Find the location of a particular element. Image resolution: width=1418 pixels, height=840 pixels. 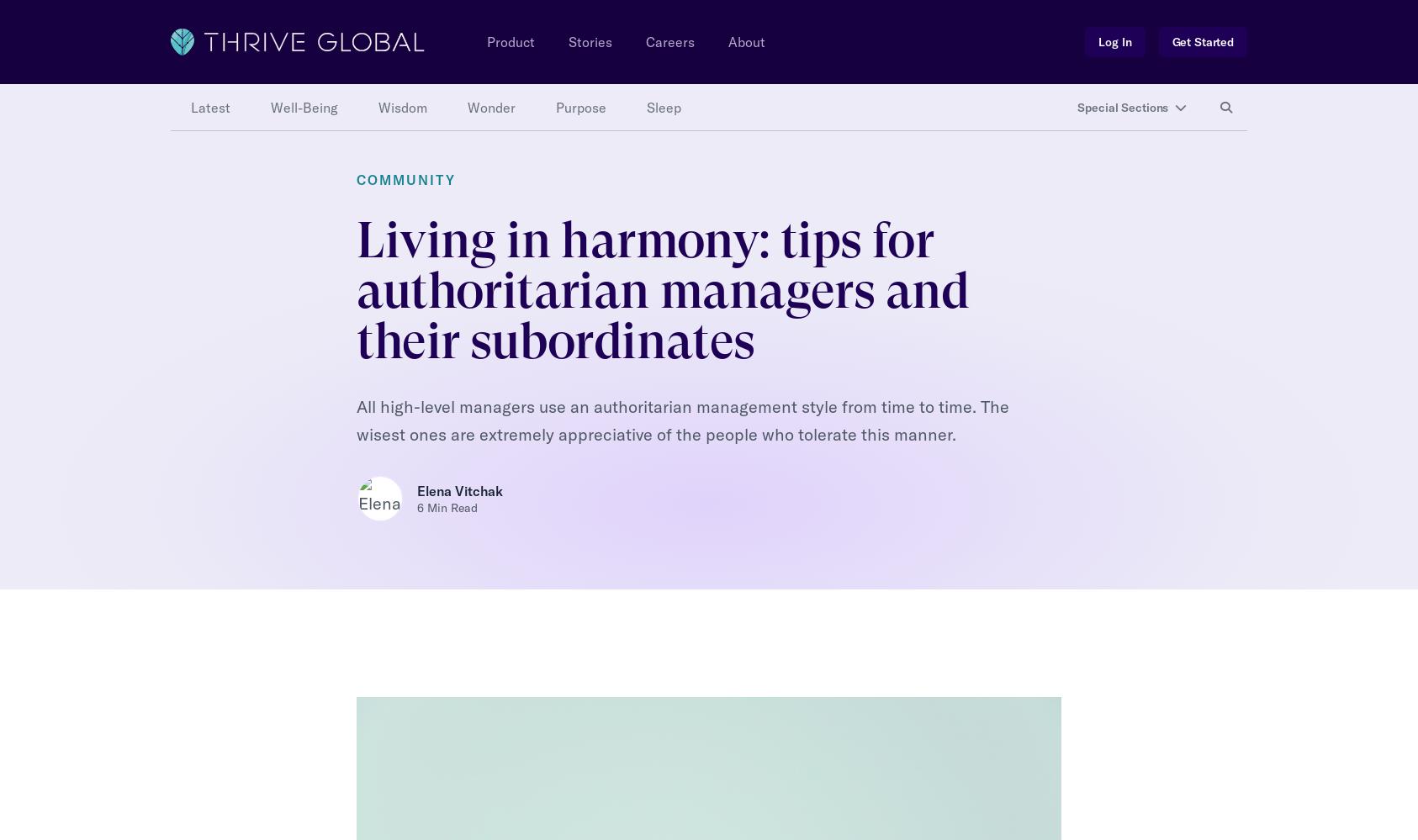

'— Ask your manager for “permission” when taking action he or she will want to have signed off on ahead of time;' is located at coordinates (357, 404).